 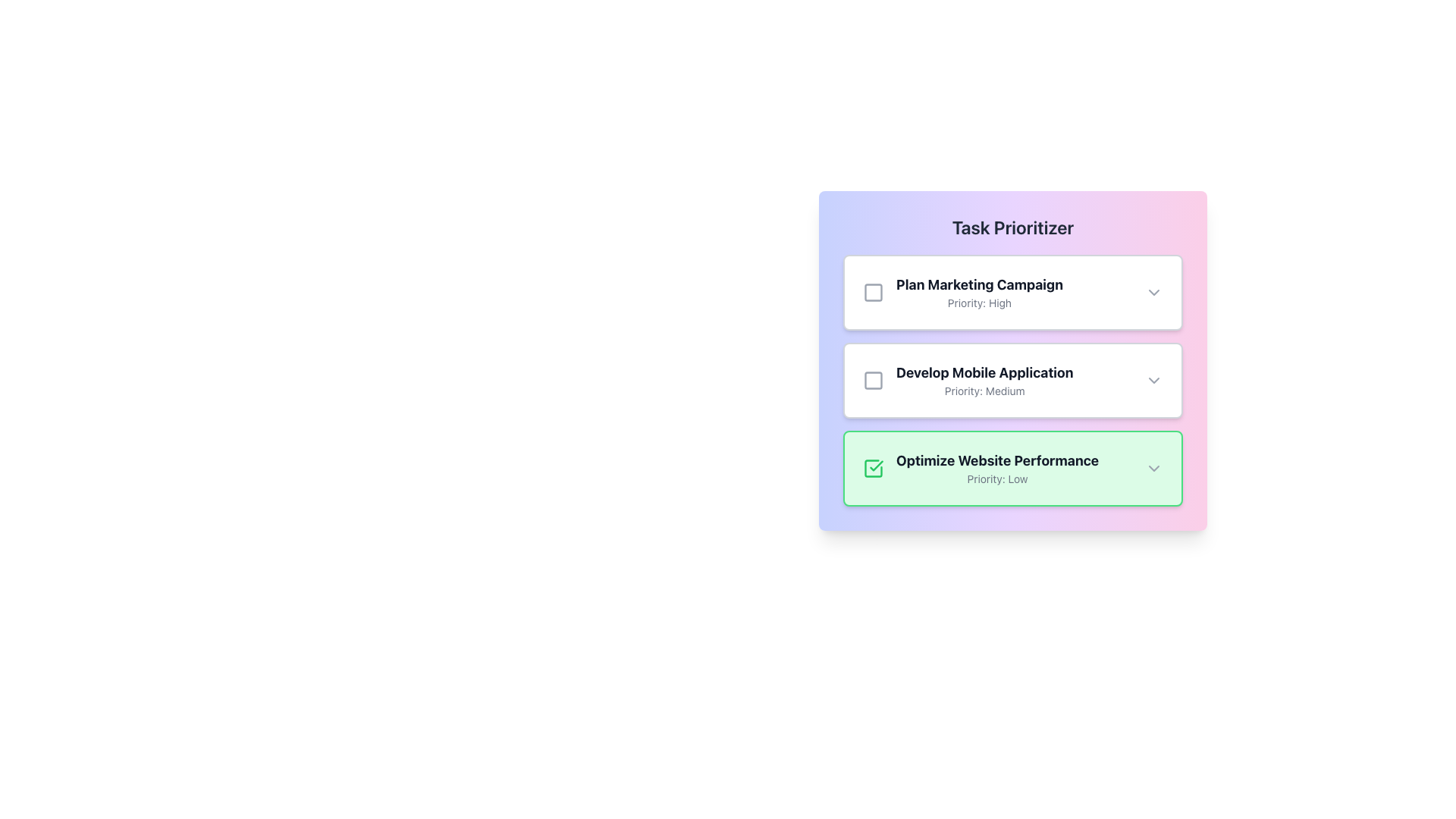 I want to click on the checkbox icon, which is a rounded rectangle with a 2-pixel border, located to the left of the text 'Develop Mobile Application', so click(x=874, y=379).